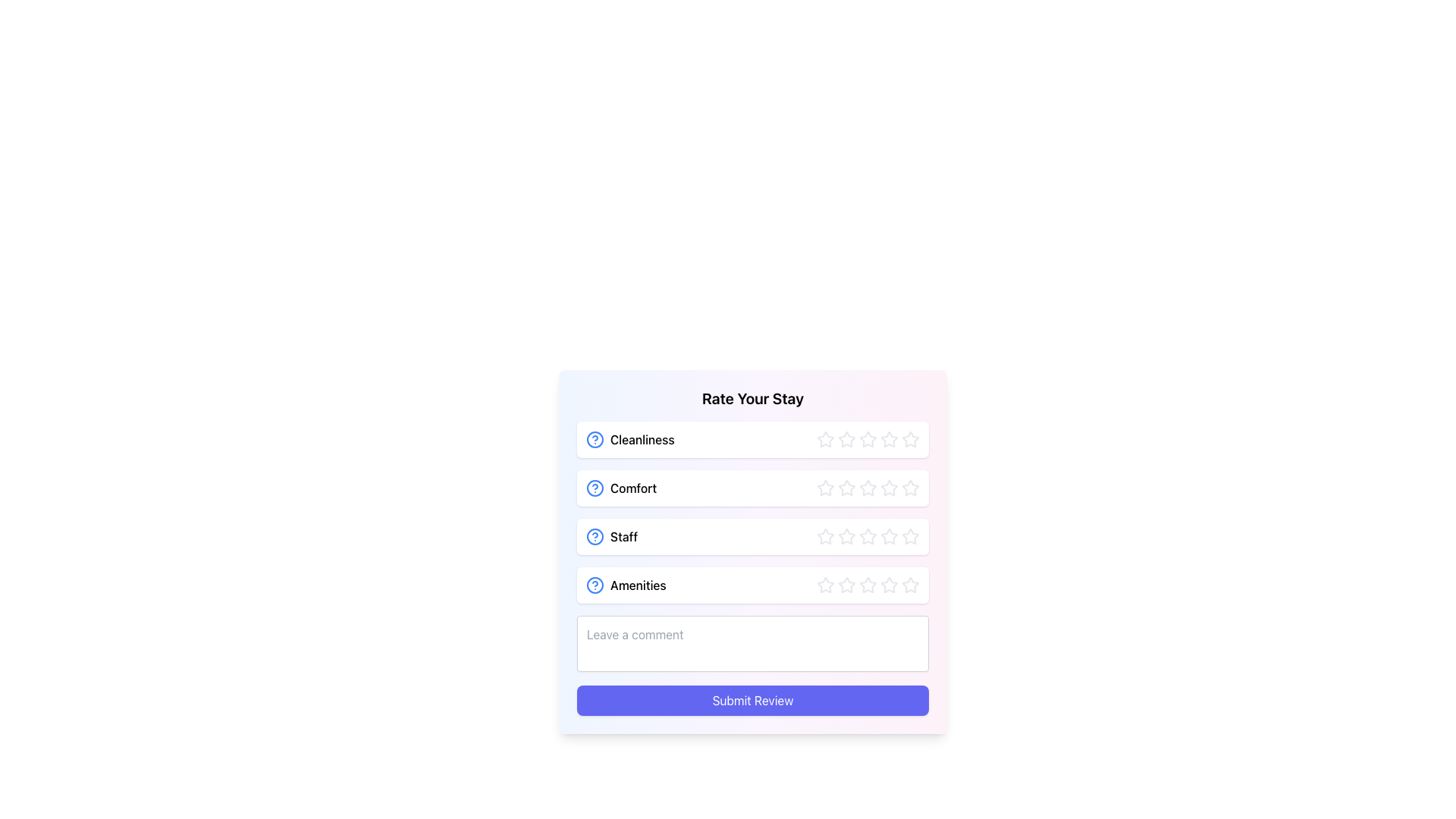  What do you see at coordinates (868, 584) in the screenshot?
I see `the third star in the rating system for the 'Amenities' category` at bounding box center [868, 584].